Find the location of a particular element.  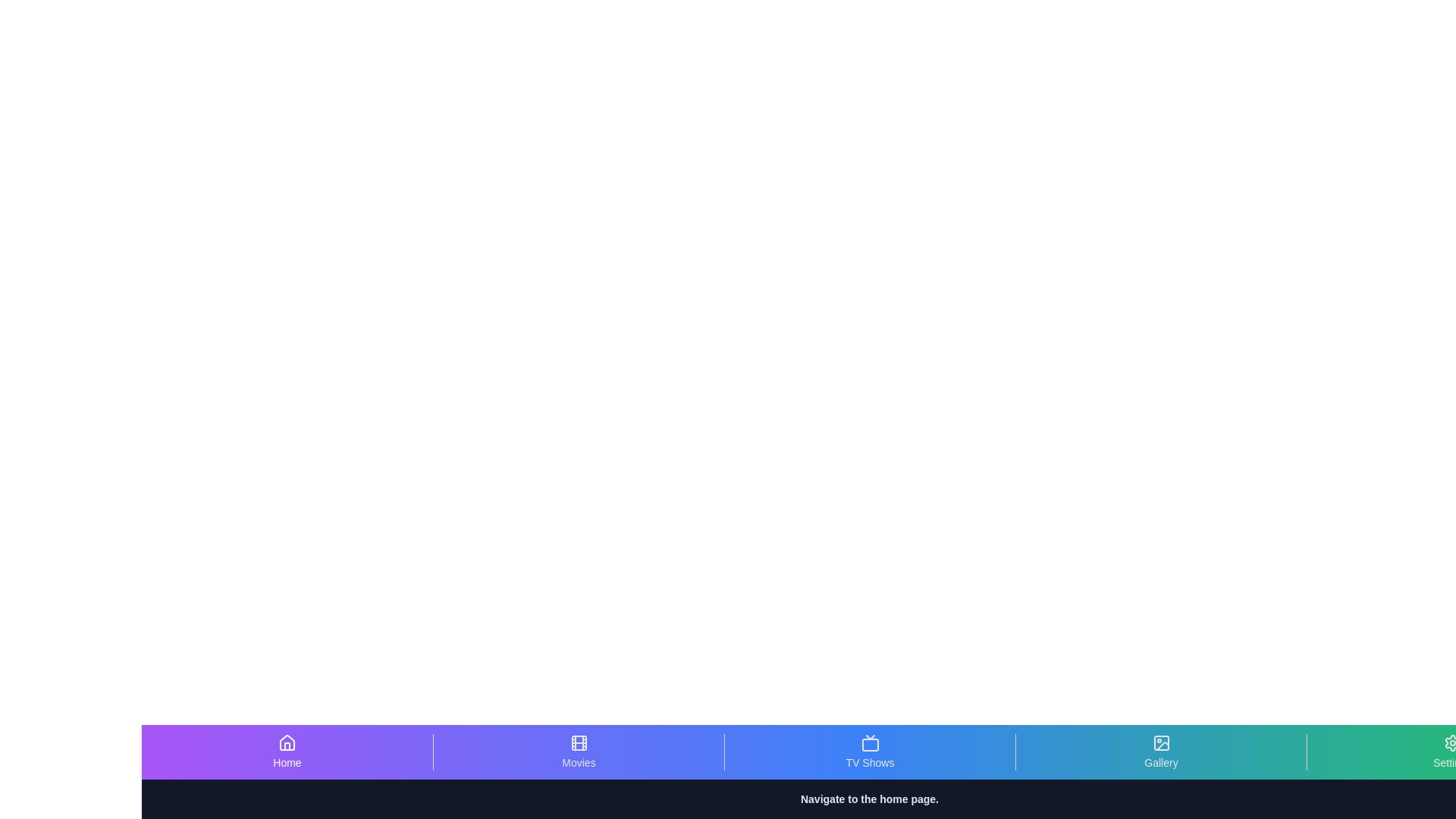

the TV Shows tab to view its hover effects is located at coordinates (870, 752).